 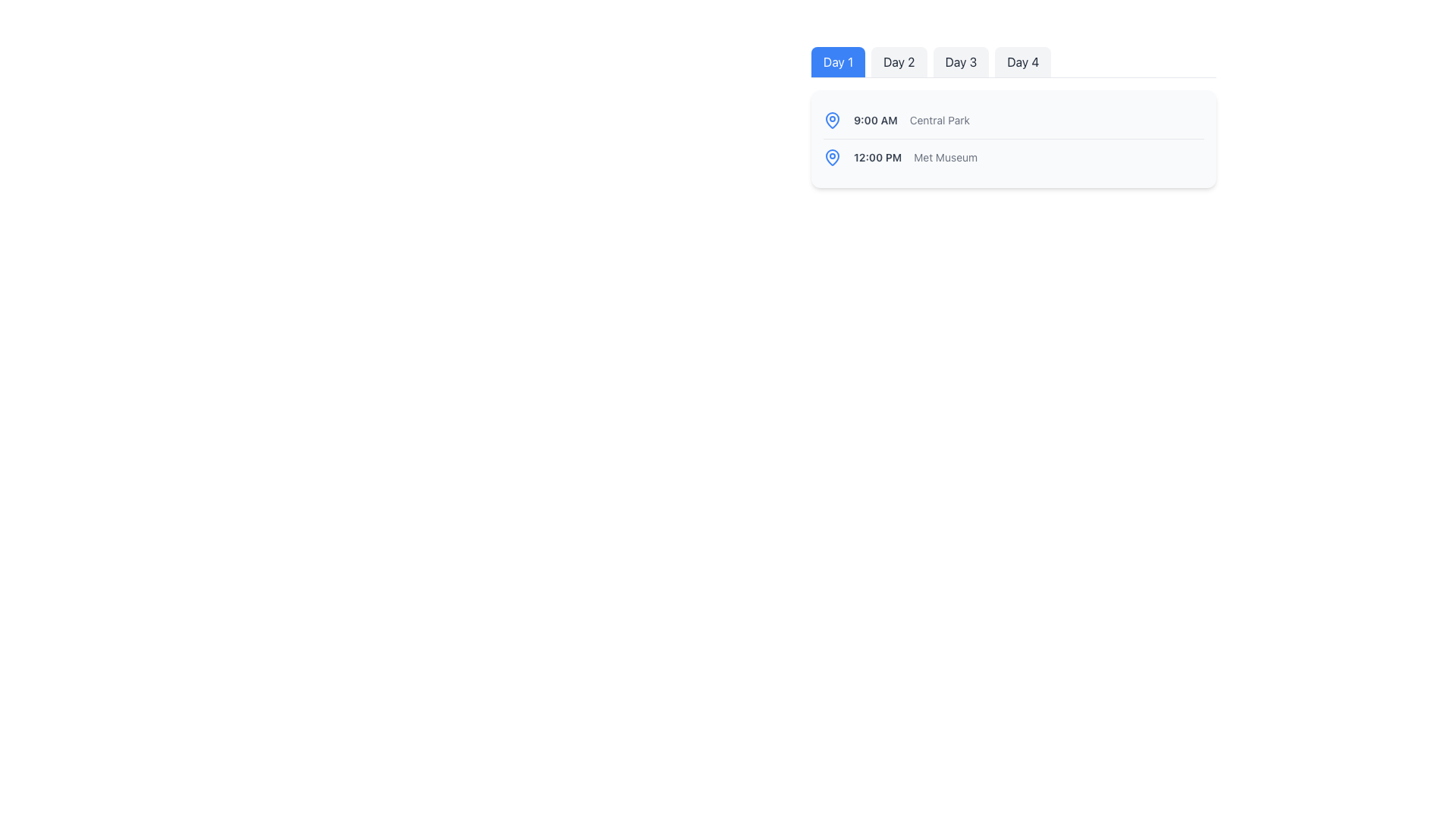 I want to click on the appearance of the icon that visually denotes the location information associated with the event scheduled for 9:00 AM at Central Park, which is positioned to the left of the text '9:00 AM Central Park', so click(x=832, y=119).